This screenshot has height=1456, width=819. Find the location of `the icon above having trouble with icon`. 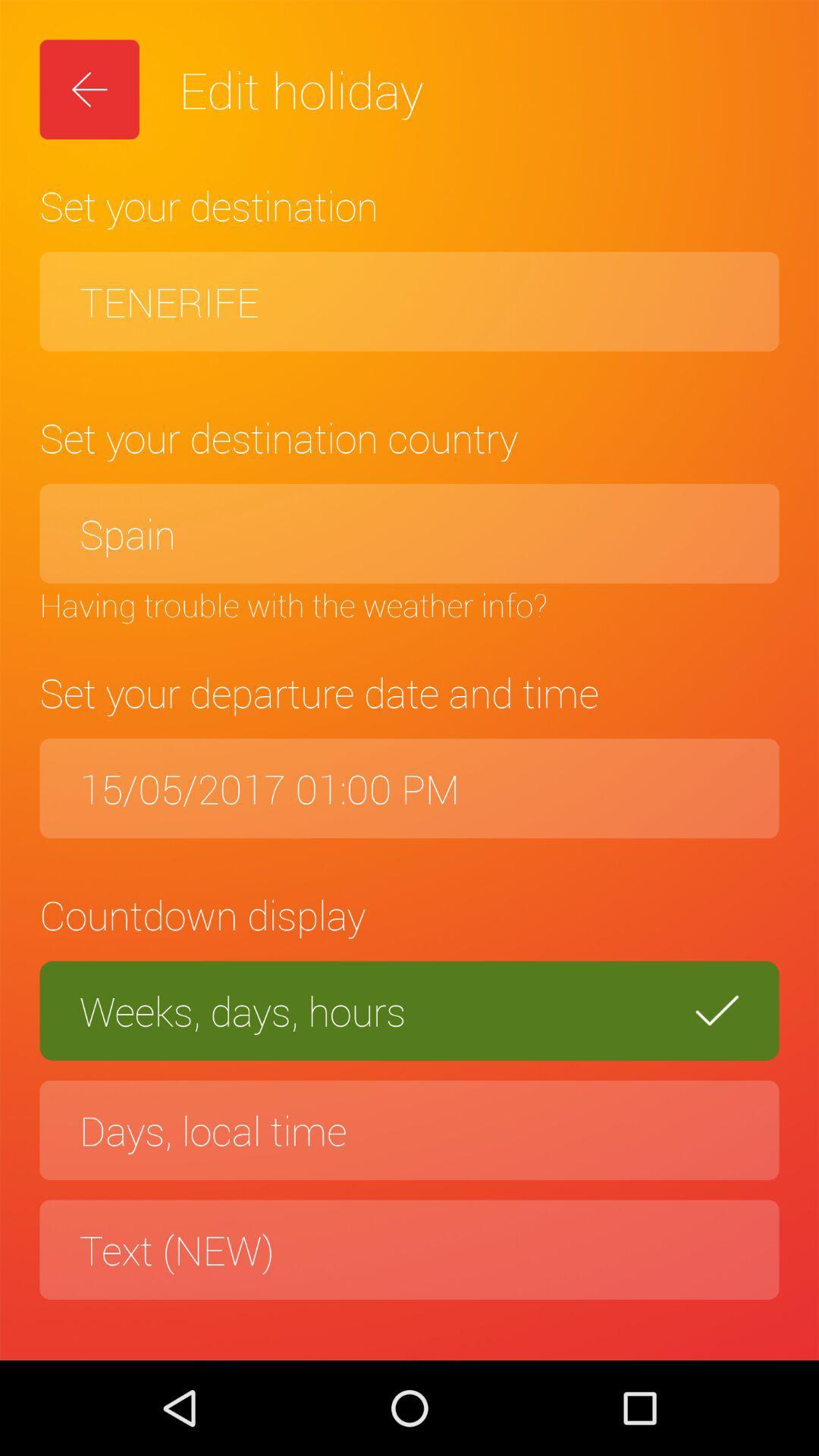

the icon above having trouble with icon is located at coordinates (409, 533).